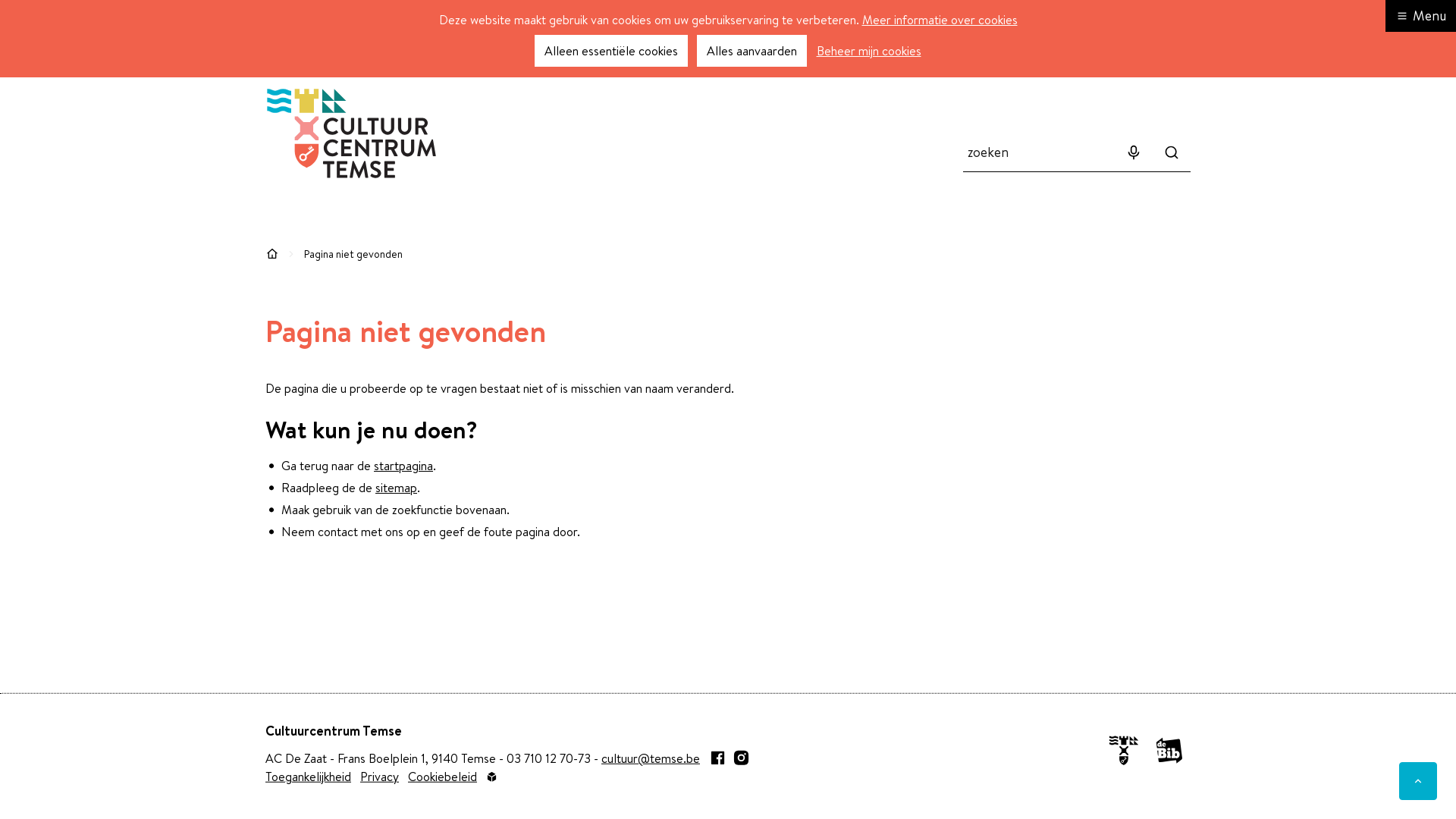  Describe the element at coordinates (272, 253) in the screenshot. I see `'Home'` at that location.